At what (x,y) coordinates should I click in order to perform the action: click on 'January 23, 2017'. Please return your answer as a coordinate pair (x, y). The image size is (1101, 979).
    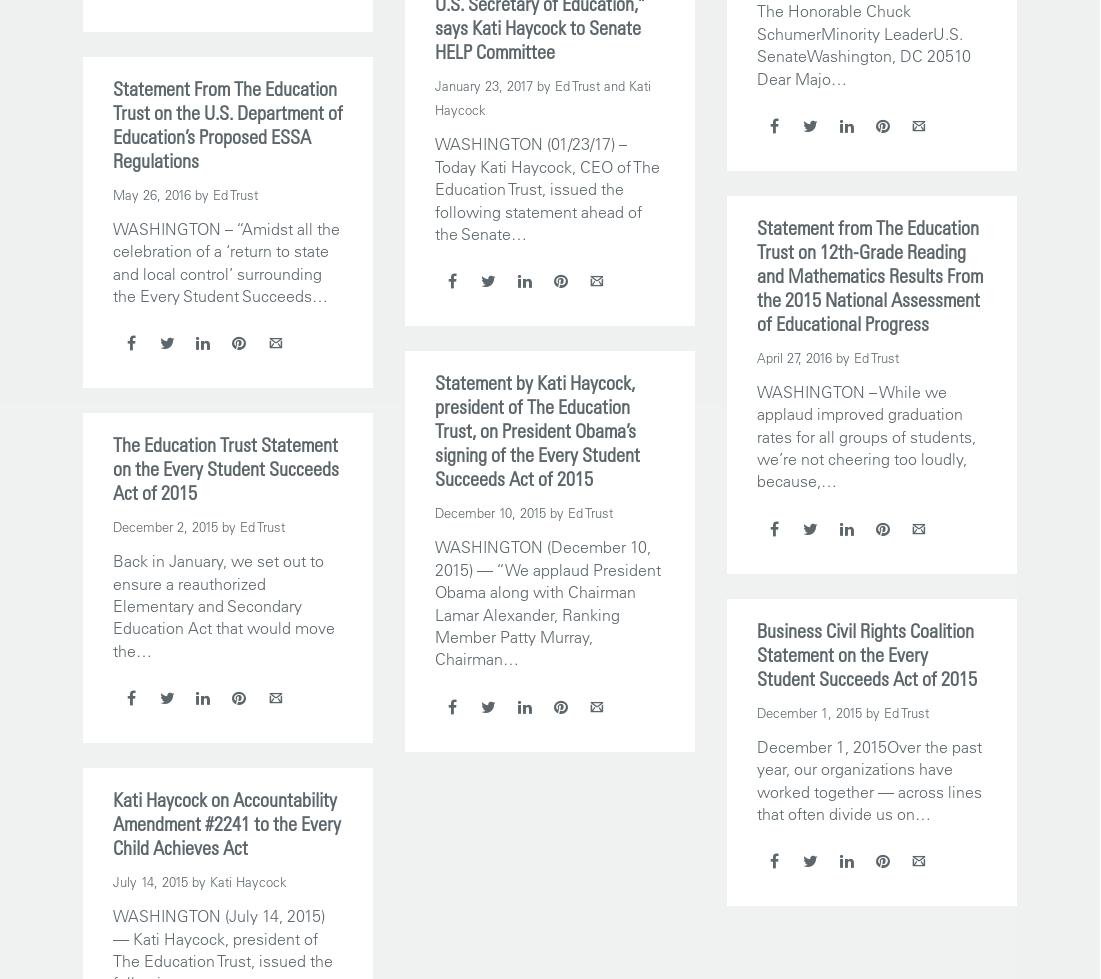
    Looking at the image, I should click on (434, 85).